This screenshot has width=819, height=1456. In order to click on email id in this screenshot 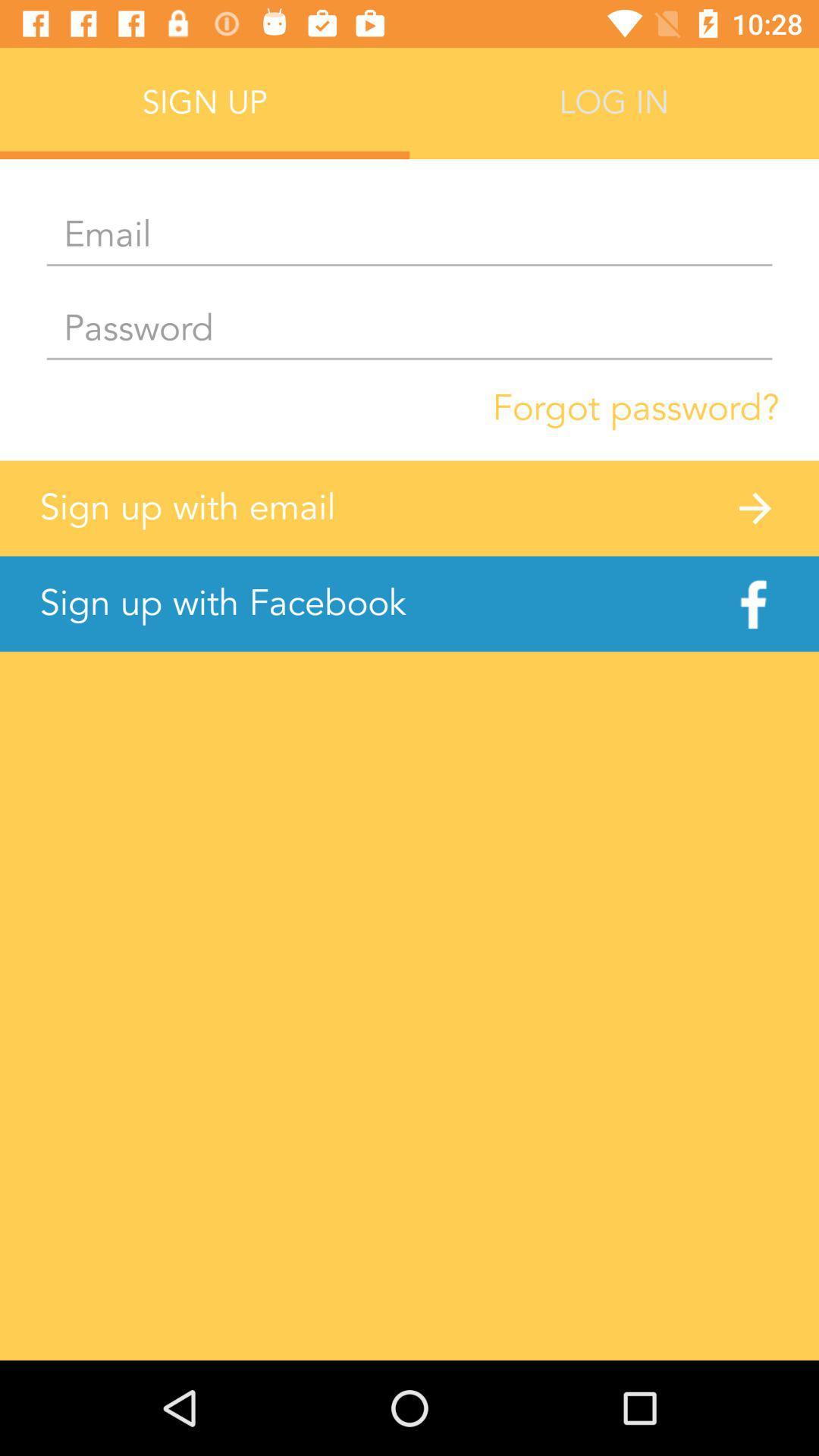, I will do `click(409, 235)`.